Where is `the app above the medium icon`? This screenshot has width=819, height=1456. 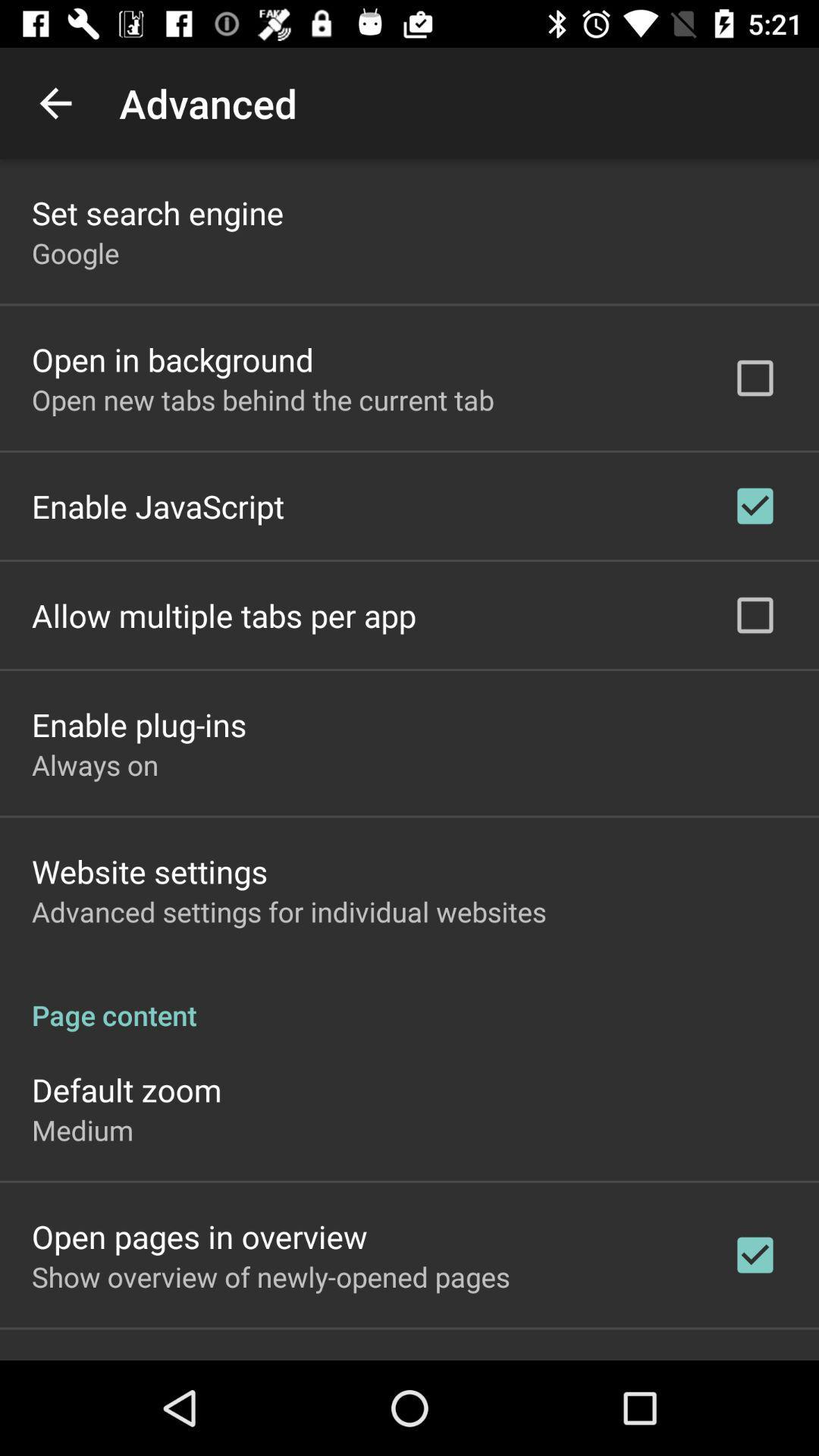
the app above the medium icon is located at coordinates (126, 1088).